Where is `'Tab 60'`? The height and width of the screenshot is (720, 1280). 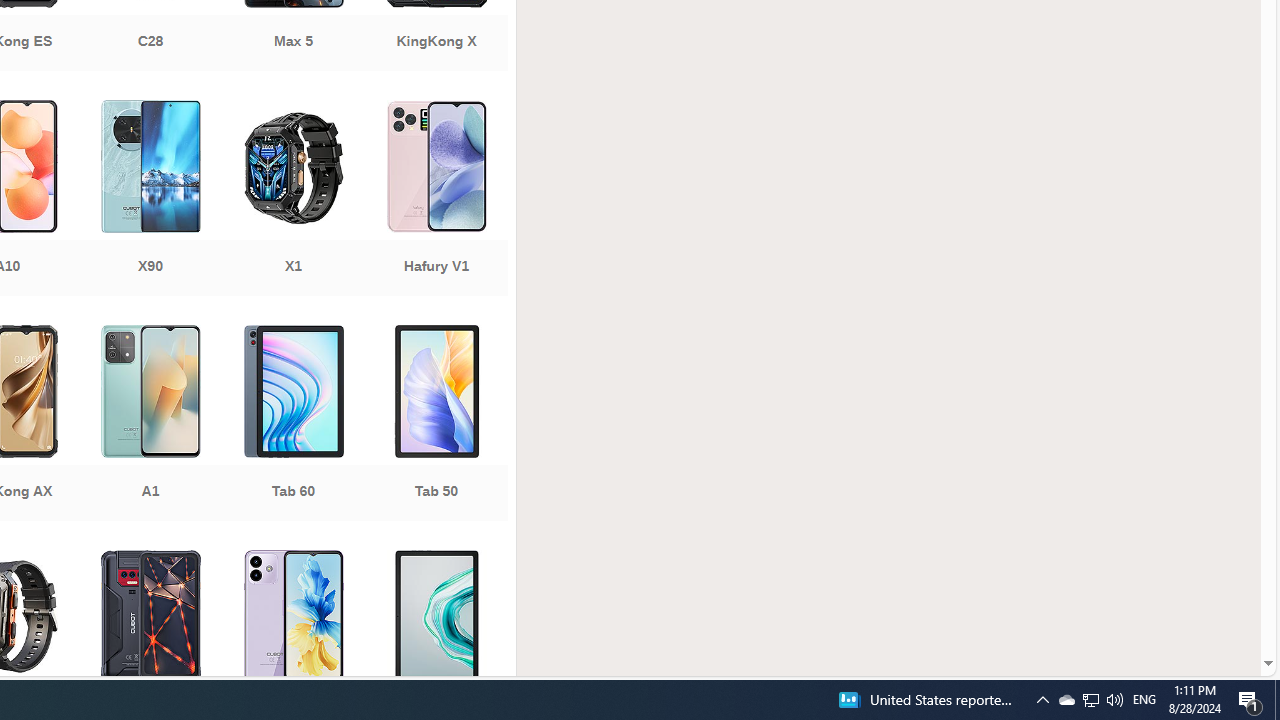
'Tab 60' is located at coordinates (292, 424).